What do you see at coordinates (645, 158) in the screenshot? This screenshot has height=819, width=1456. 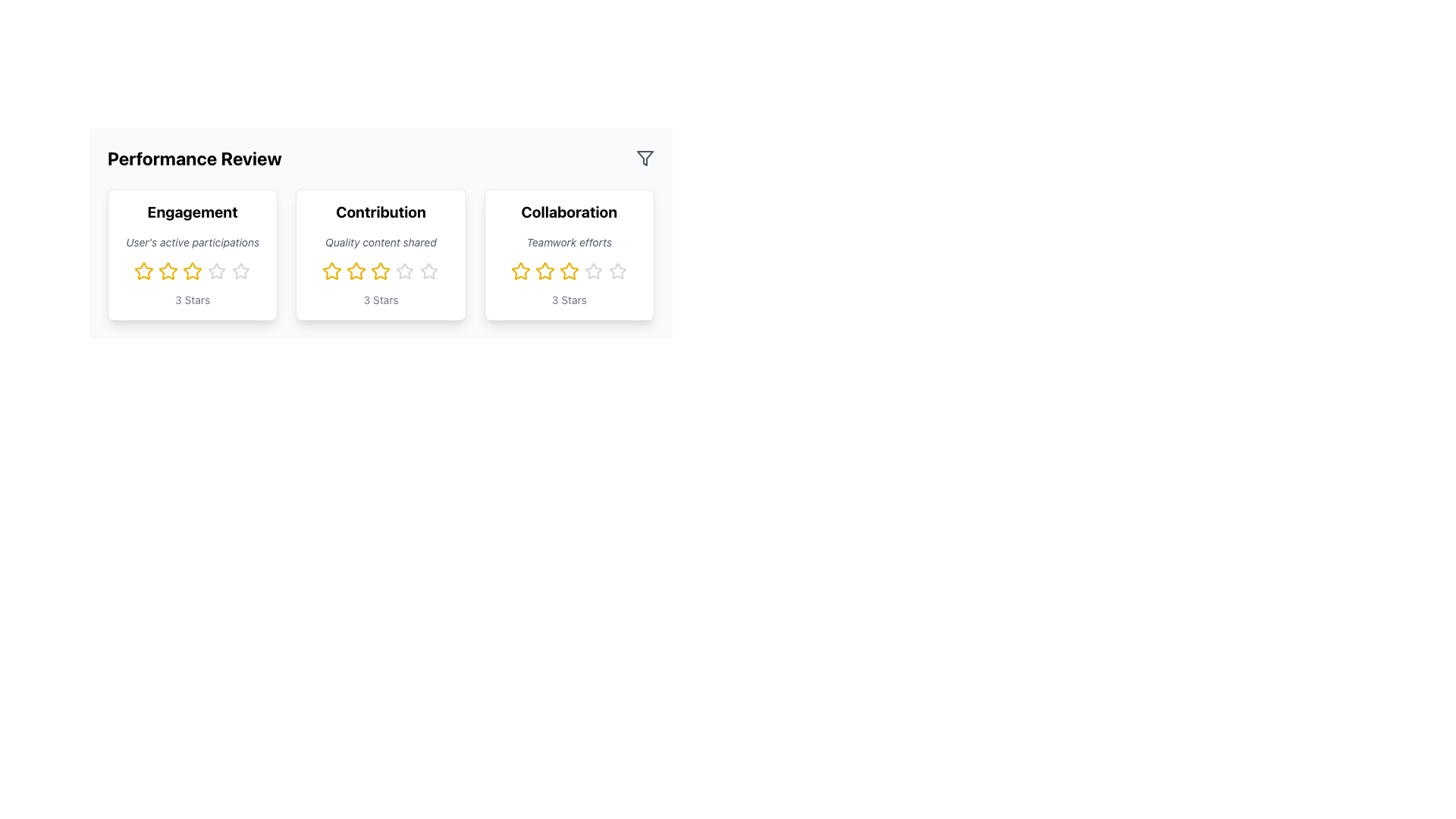 I see `the triangular-shaped icon located in the top-right corner of the layout, which has a gray stroke on a white background and resembles a funnel or filter` at bounding box center [645, 158].